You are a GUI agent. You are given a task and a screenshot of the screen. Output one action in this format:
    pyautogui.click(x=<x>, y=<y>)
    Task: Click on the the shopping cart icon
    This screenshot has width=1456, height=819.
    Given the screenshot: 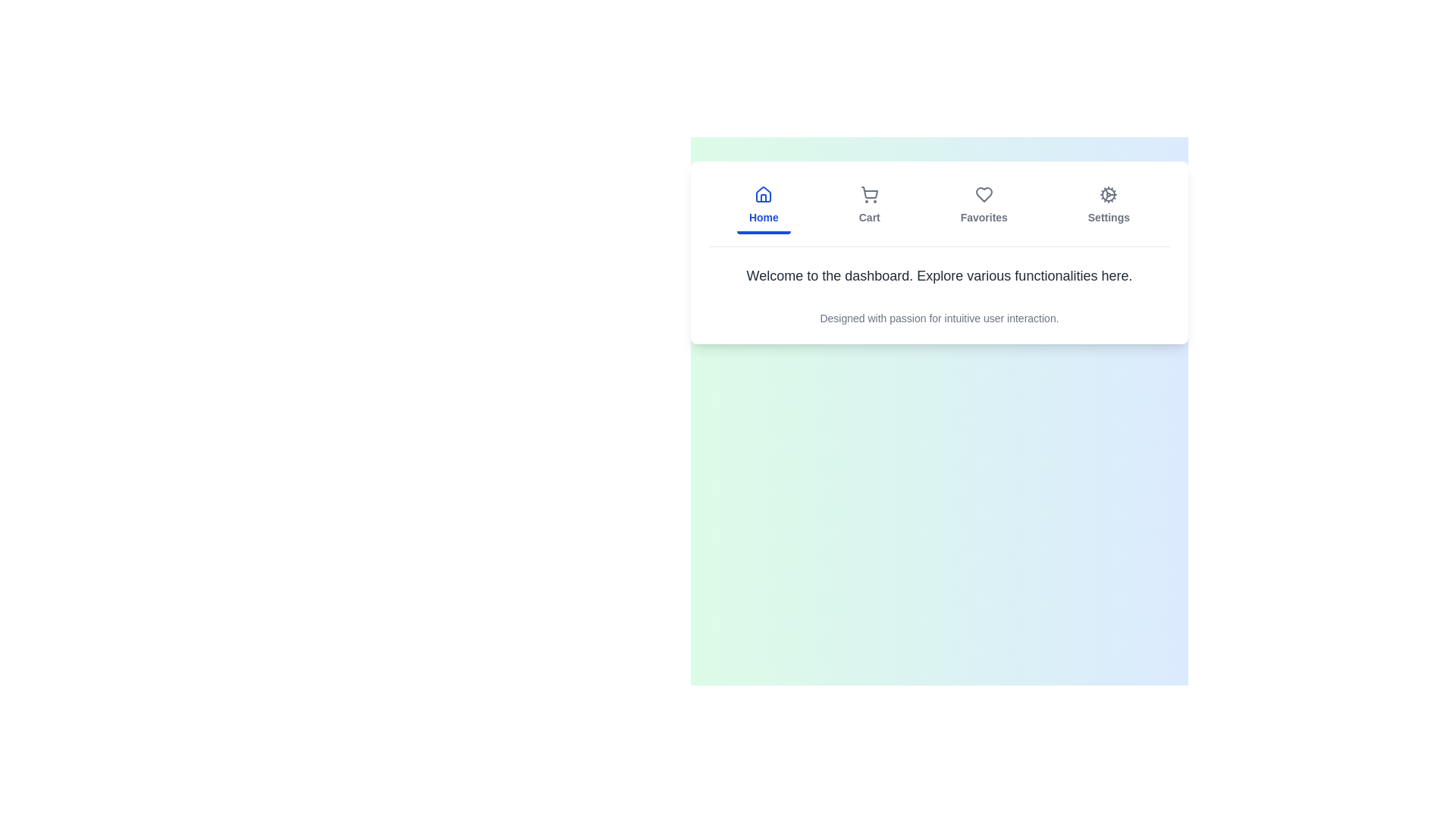 What is the action you would take?
    pyautogui.click(x=869, y=192)
    